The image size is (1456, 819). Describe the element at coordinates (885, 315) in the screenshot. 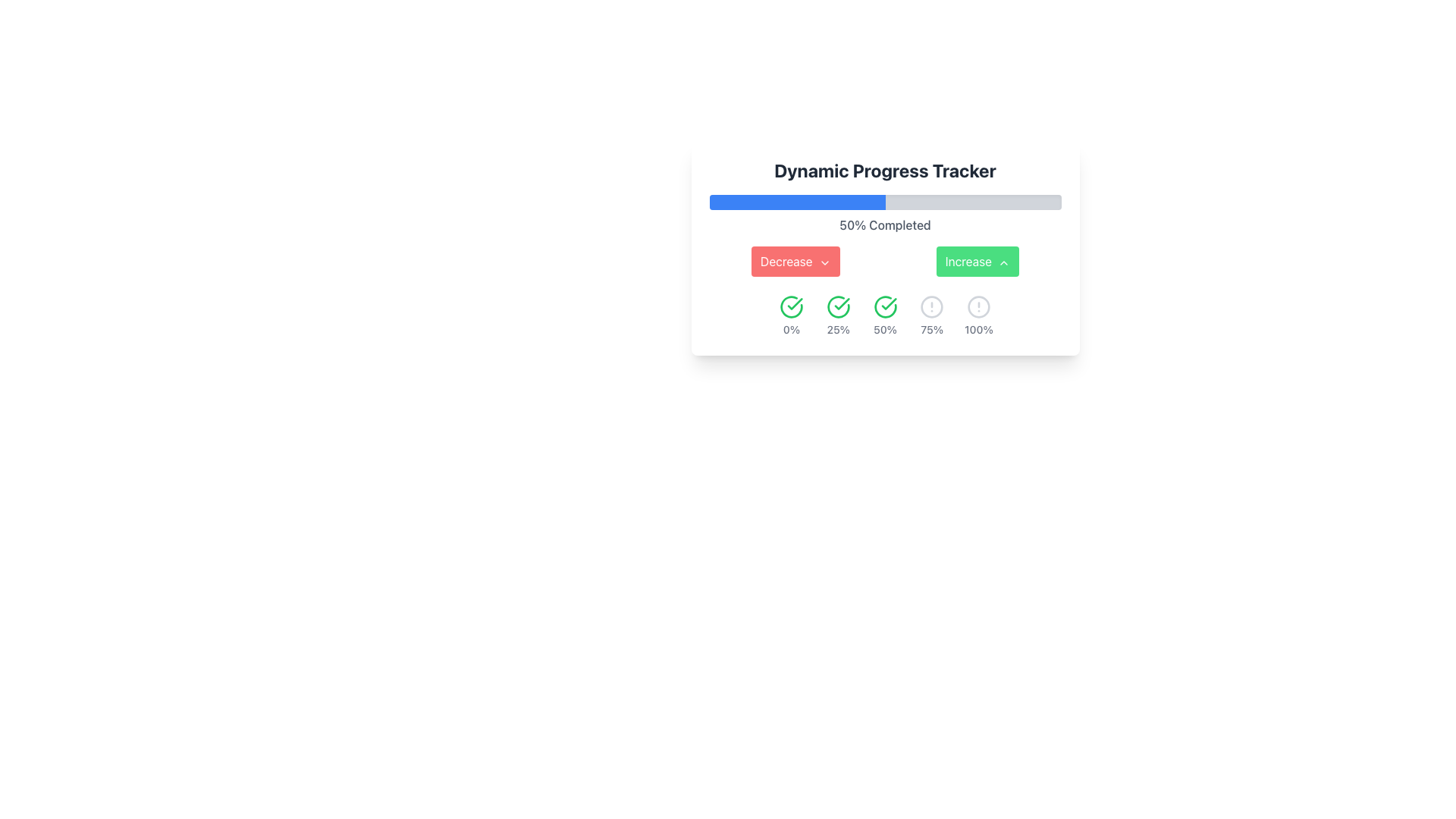

I see `the circular progress status indicator that shows '50%' with a green check mark icon and is styled with a green outline, located in the center of the sequence of five indicators` at that location.